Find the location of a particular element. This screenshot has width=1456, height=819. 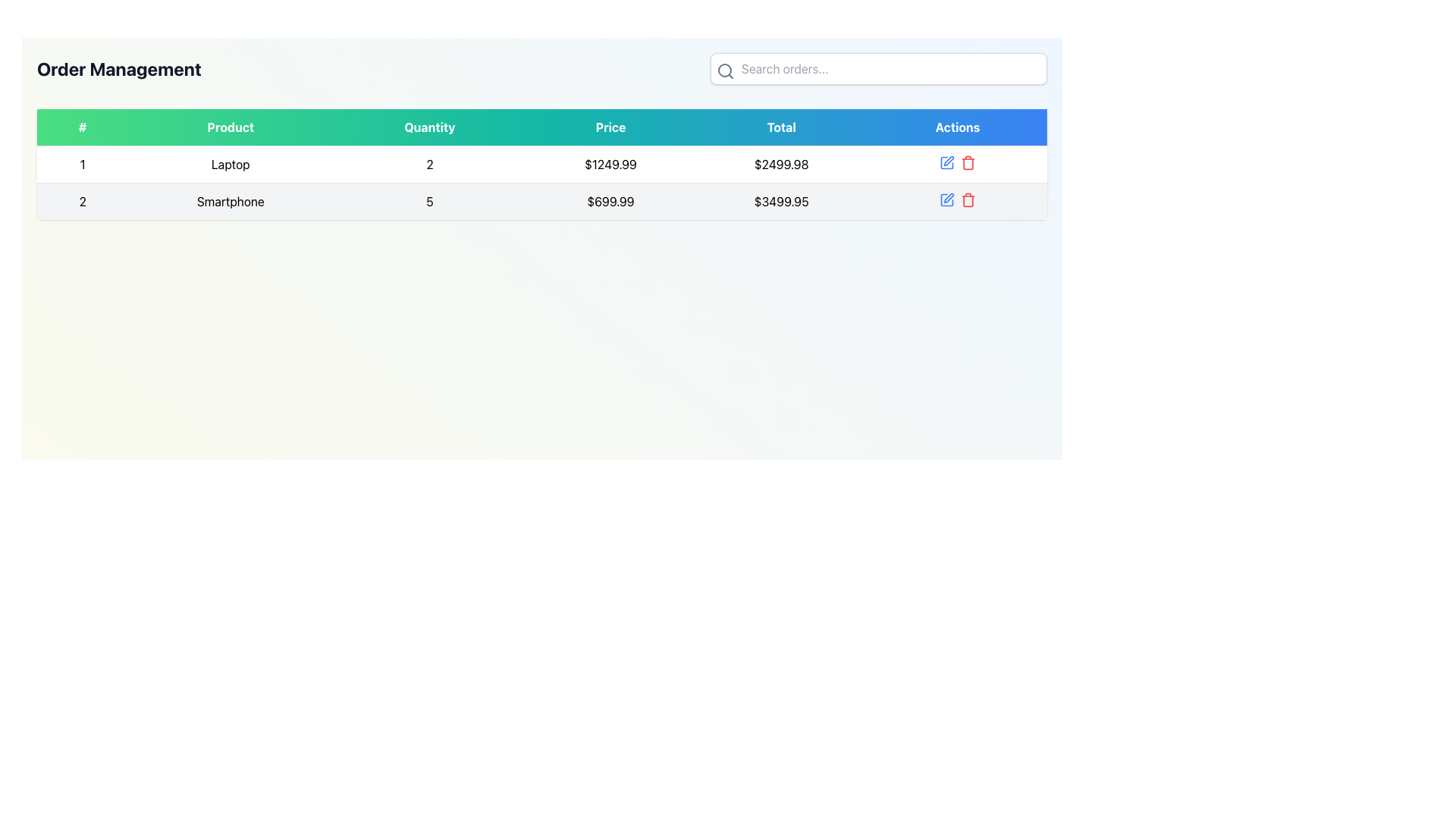

the Text label acting as the fifth column header in the table, which indicates the total cost for an item, located between the 'Price' and 'Actions' columns is located at coordinates (781, 127).